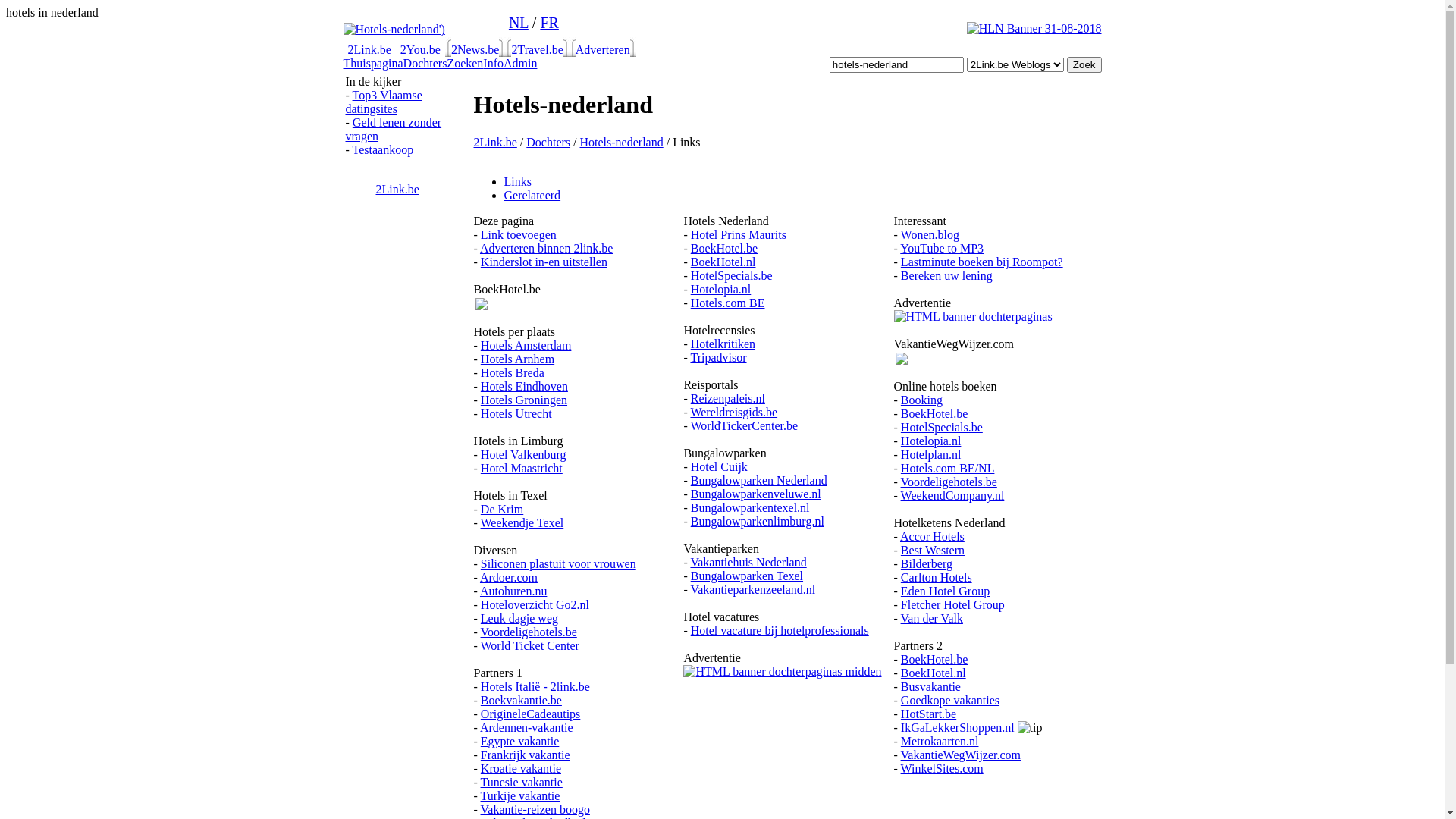  What do you see at coordinates (420, 49) in the screenshot?
I see `'2You.be'` at bounding box center [420, 49].